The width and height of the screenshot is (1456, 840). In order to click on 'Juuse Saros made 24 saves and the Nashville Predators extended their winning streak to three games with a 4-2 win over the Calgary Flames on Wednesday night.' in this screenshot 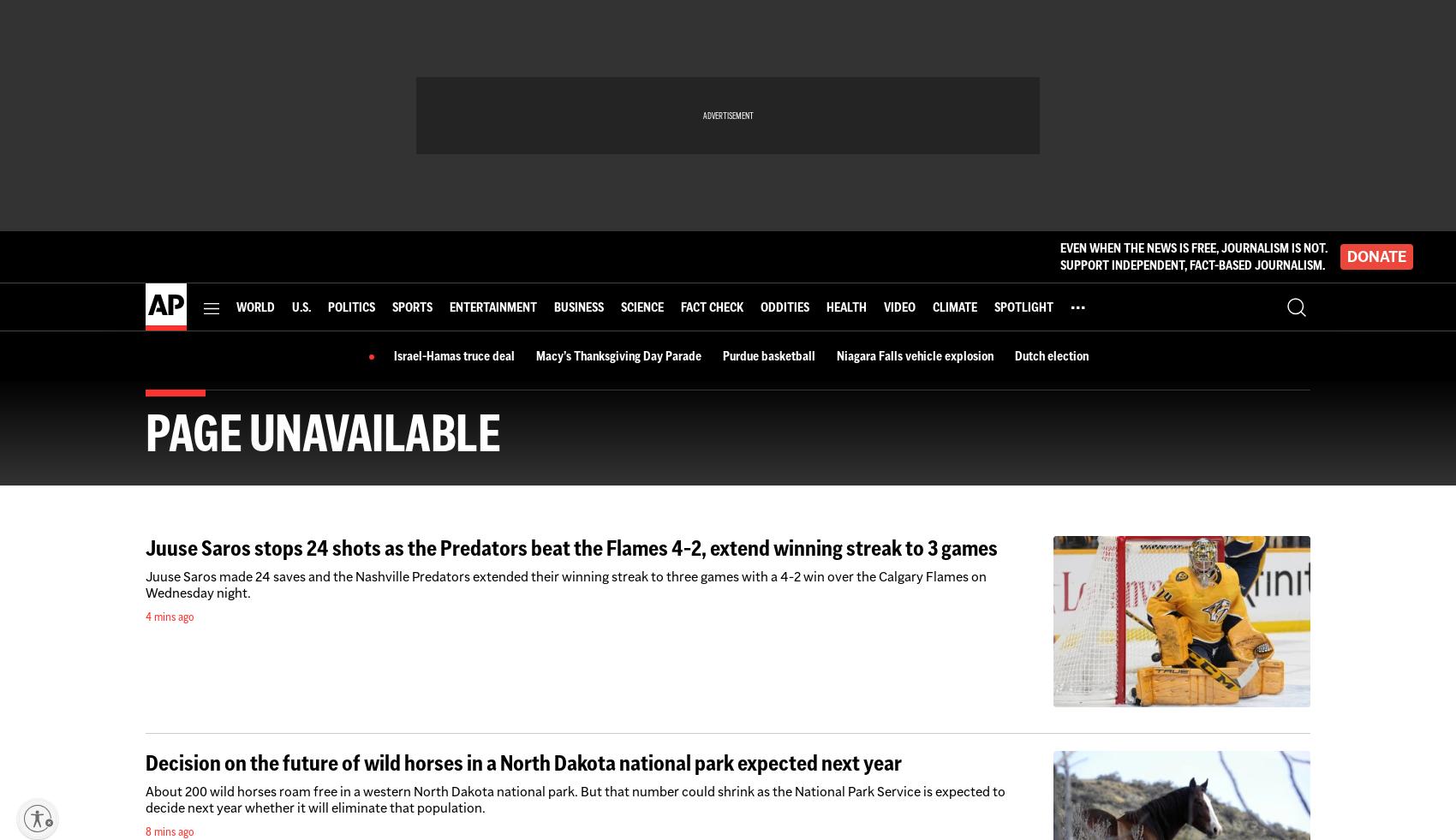, I will do `click(565, 584)`.